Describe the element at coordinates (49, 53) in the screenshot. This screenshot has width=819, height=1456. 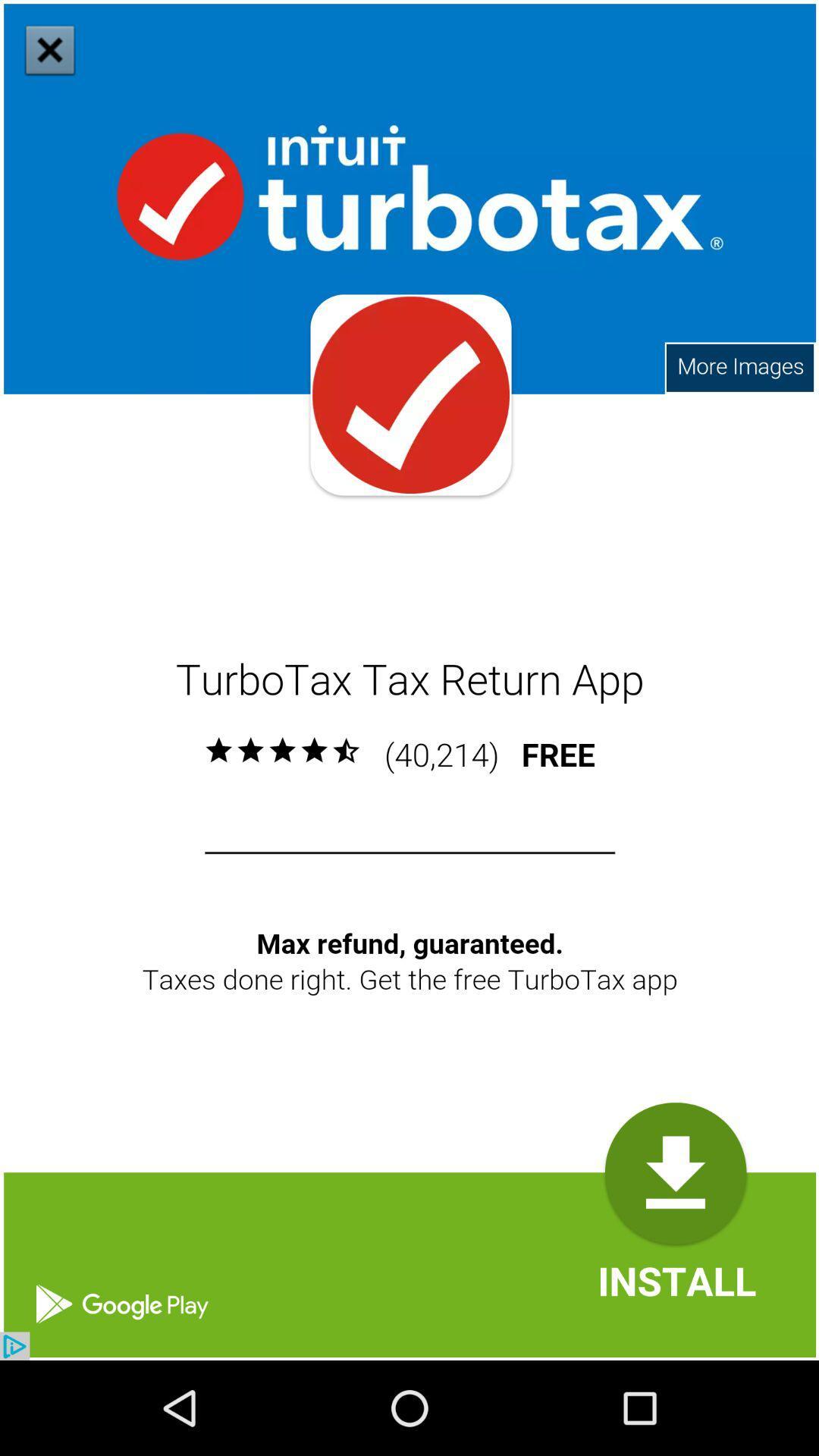
I see `the close icon` at that location.